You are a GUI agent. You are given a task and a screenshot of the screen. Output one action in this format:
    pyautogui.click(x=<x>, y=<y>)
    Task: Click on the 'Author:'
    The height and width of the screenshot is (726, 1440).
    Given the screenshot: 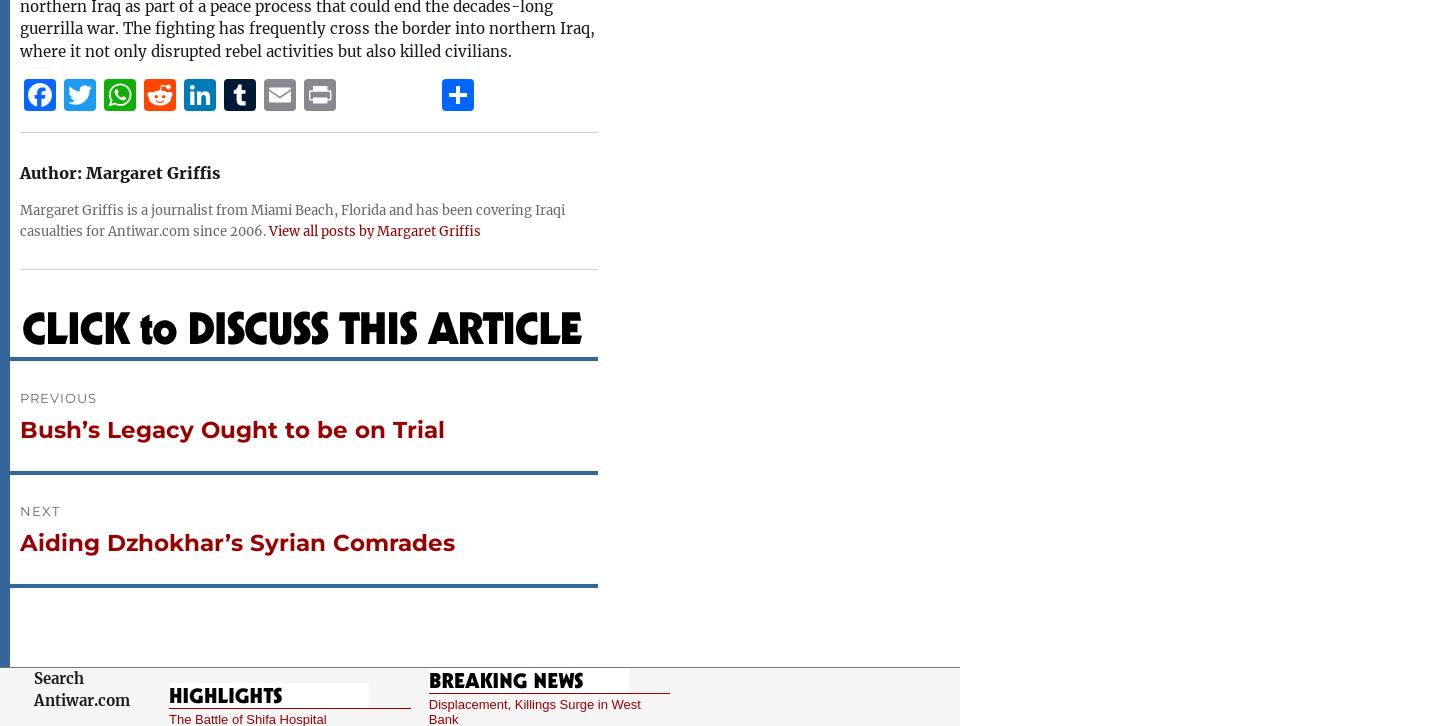 What is the action you would take?
    pyautogui.click(x=49, y=173)
    